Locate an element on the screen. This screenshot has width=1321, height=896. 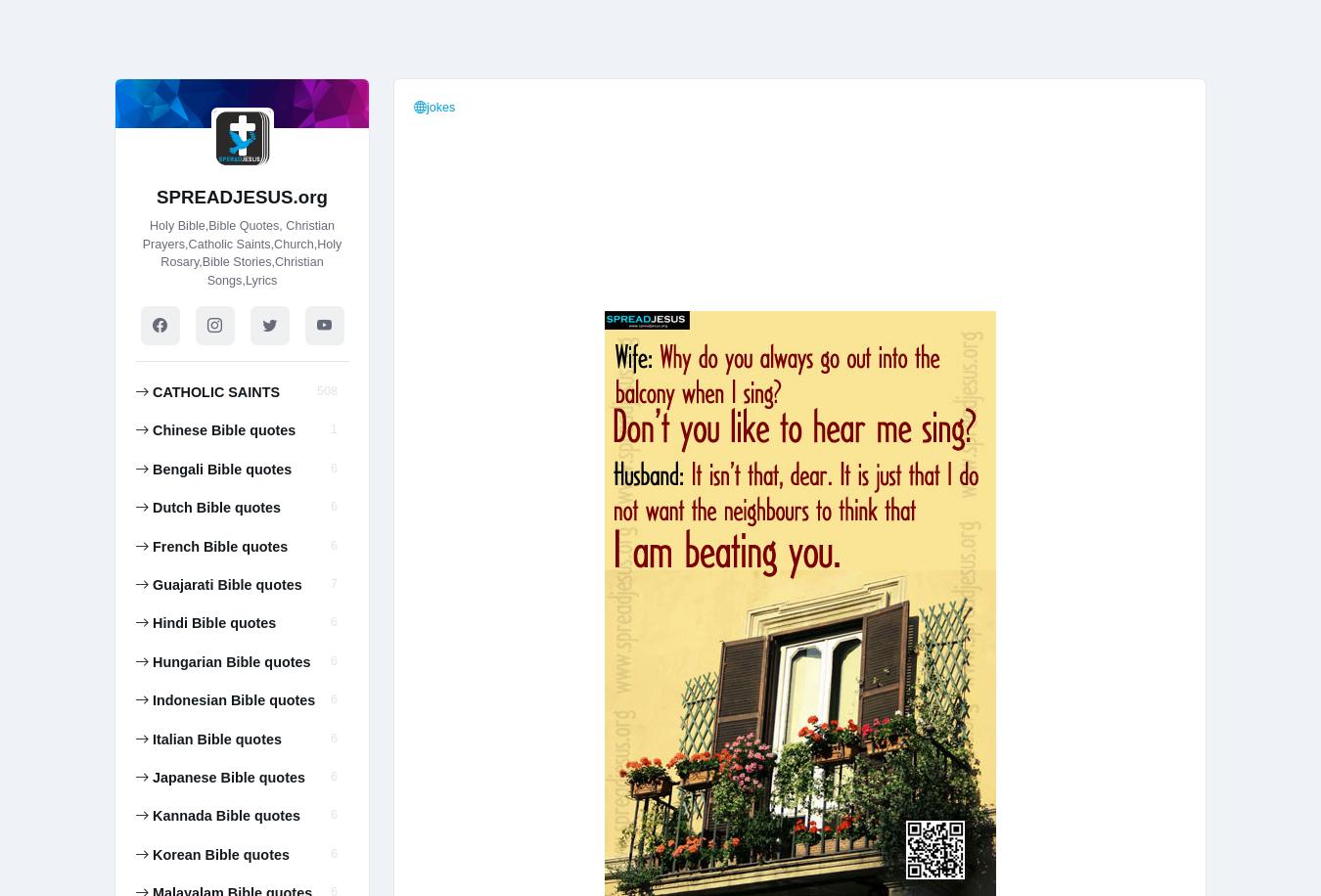
'125' is located at coordinates (315, 13).